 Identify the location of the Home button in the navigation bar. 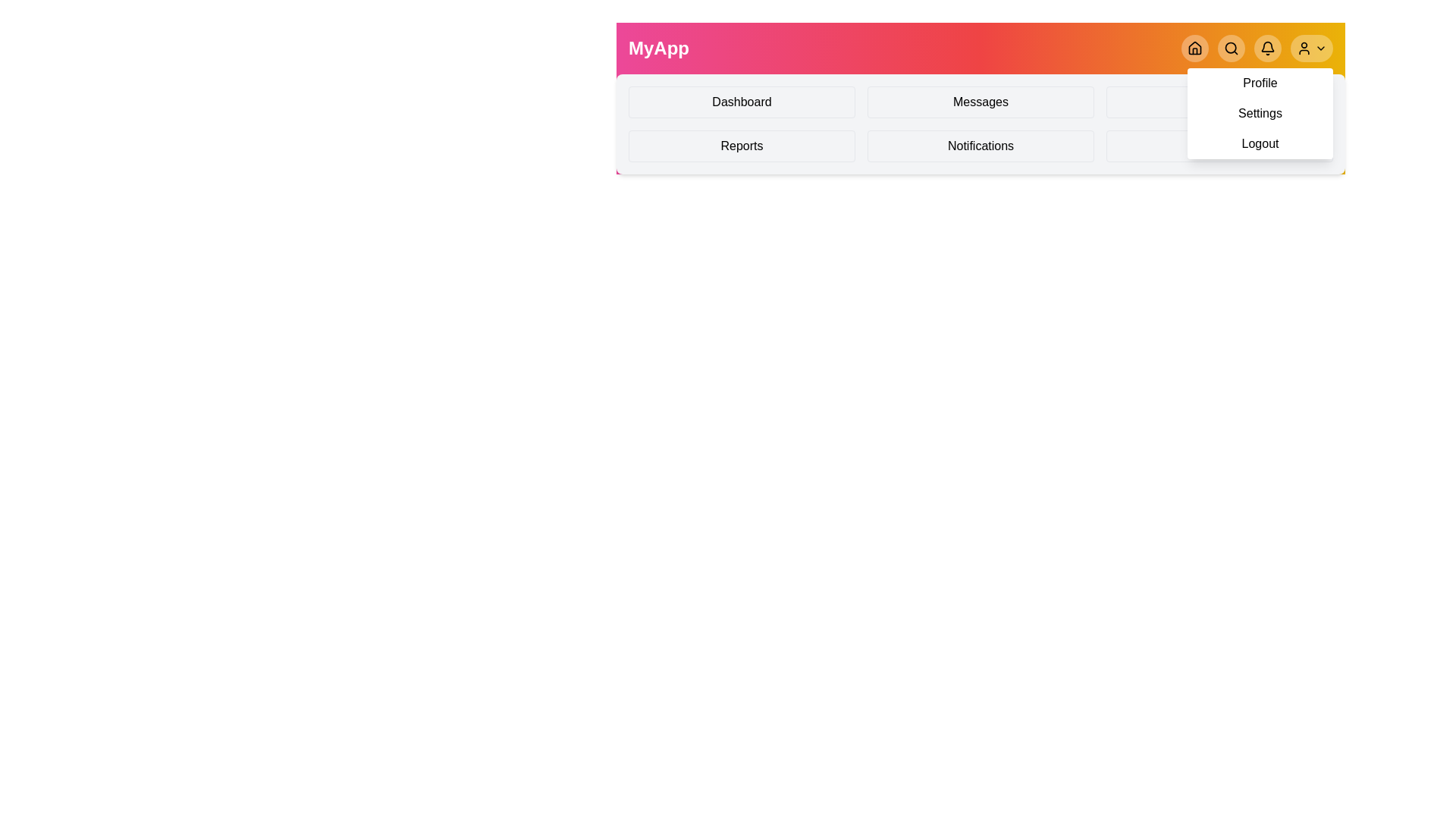
(1194, 48).